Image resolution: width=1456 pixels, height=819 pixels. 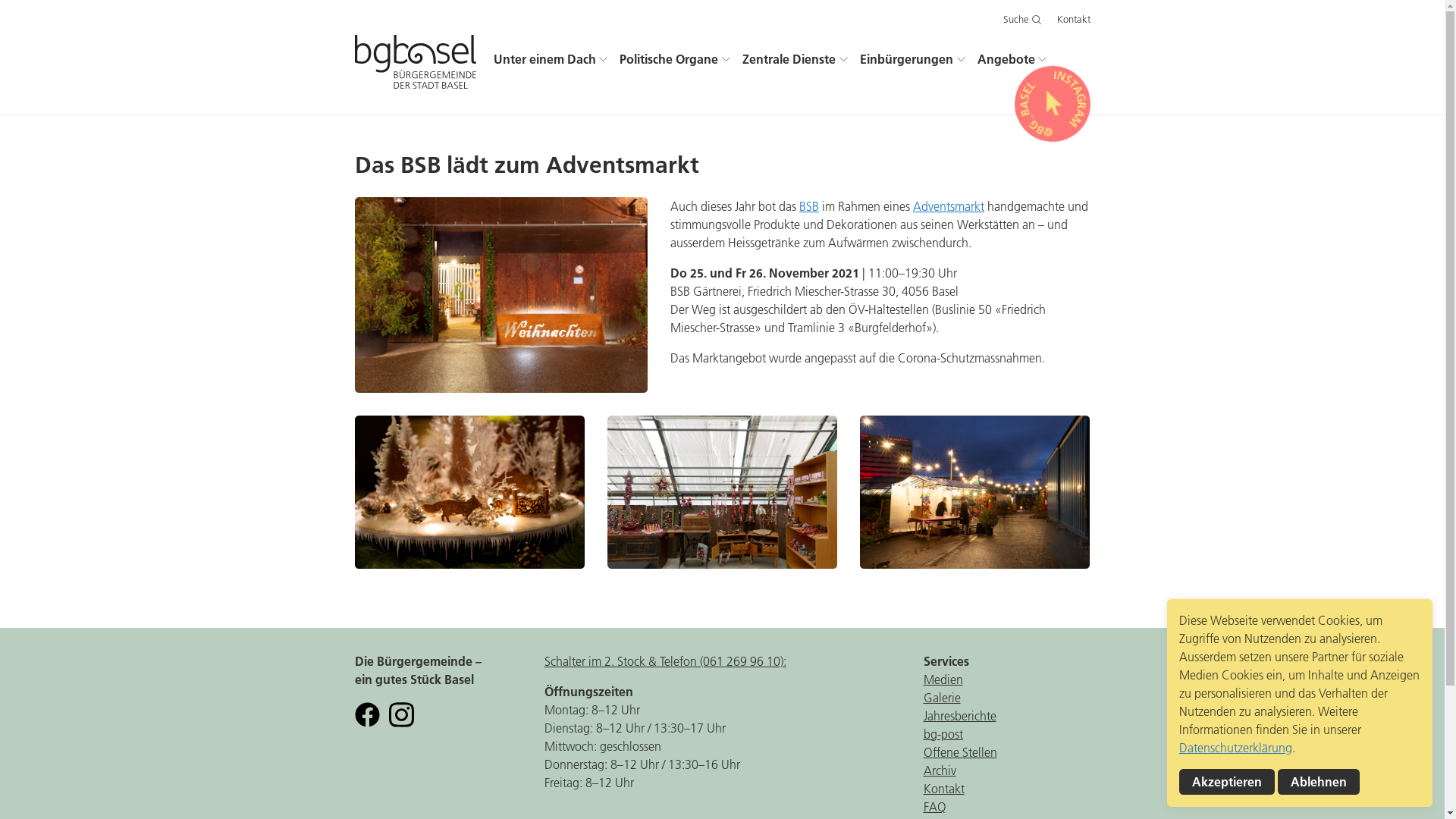 What do you see at coordinates (939, 770) in the screenshot?
I see `'Archiv'` at bounding box center [939, 770].